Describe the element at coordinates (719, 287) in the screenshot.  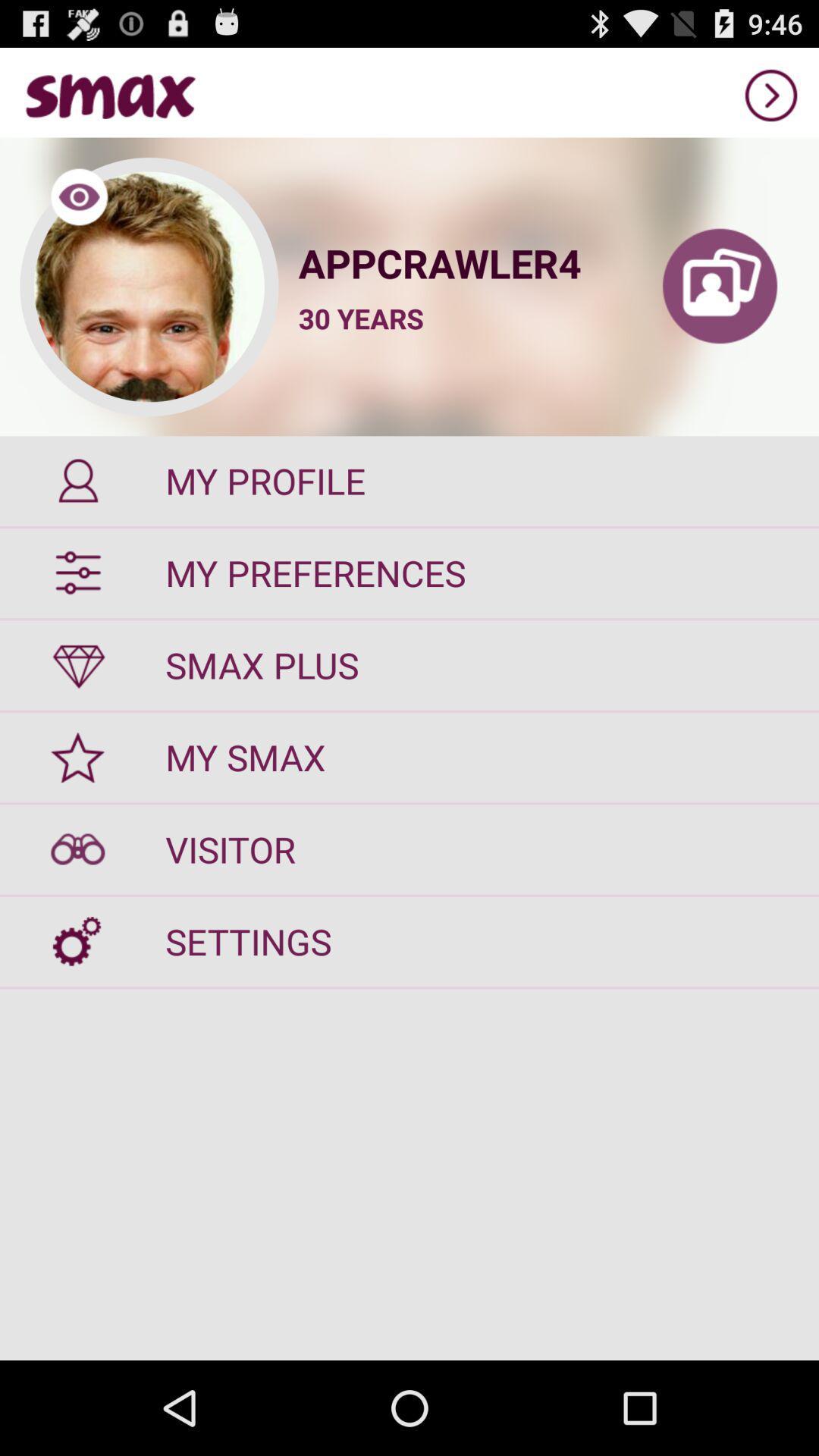
I see `the item to the right of appcrawler4` at that location.